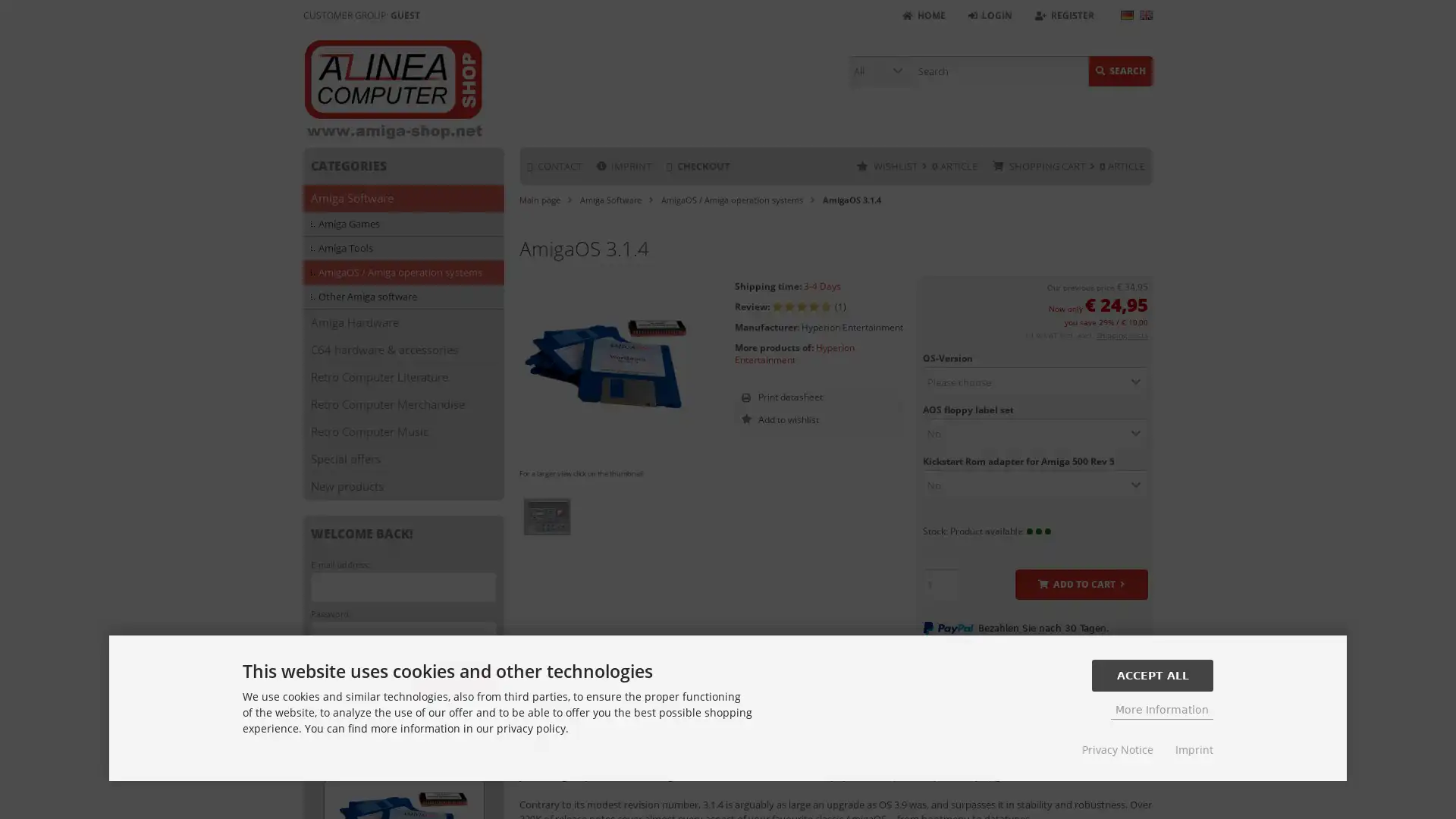 The height and width of the screenshot is (819, 1456). I want to click on Please choose Please choose, so click(1034, 381).